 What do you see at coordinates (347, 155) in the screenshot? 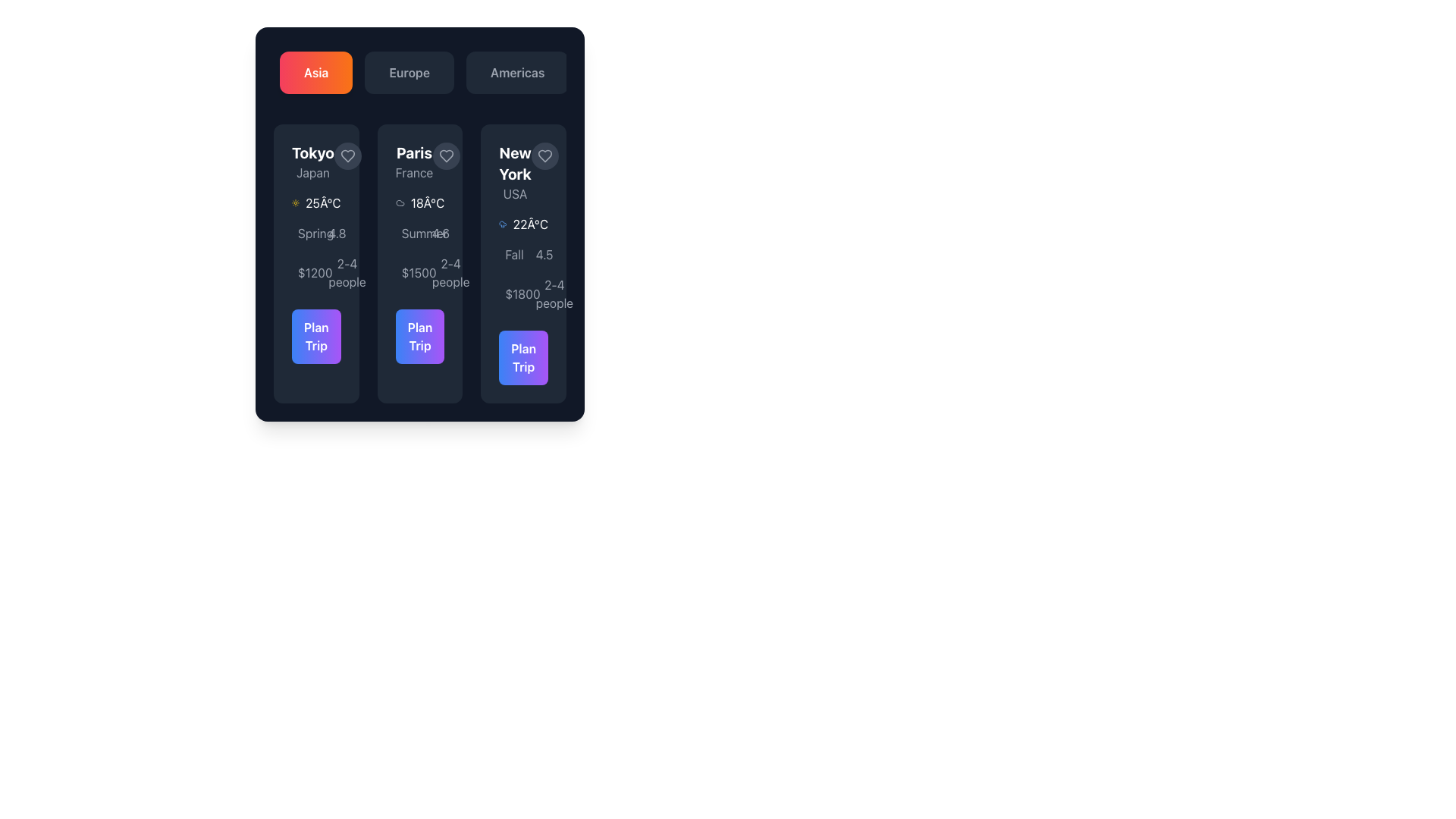
I see `the circular interactive button with a heart icon located at the top-right of the Tokyo card` at bounding box center [347, 155].